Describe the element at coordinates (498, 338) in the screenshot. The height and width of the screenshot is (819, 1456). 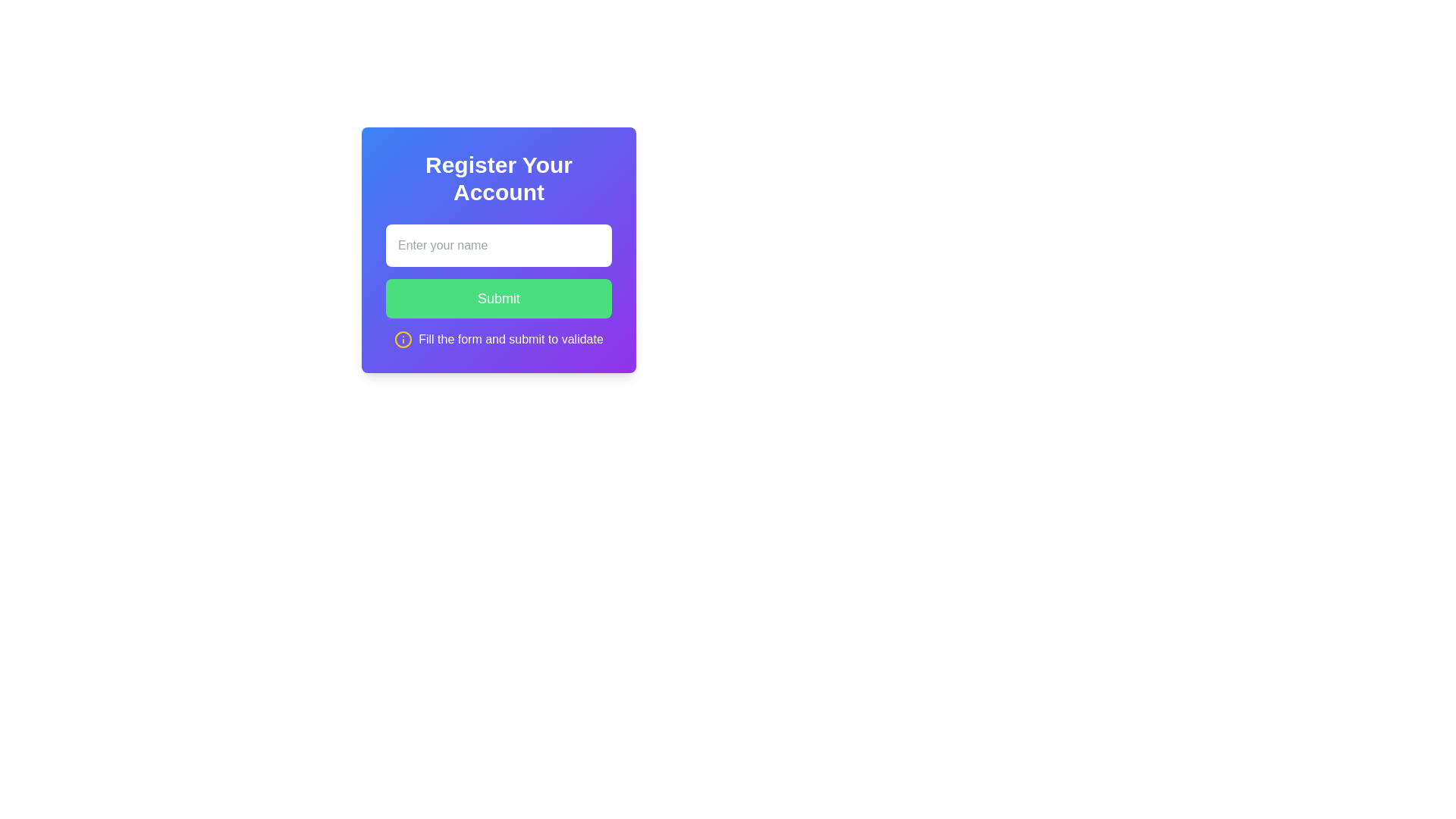
I see `the informational text with an icon located directly beneath the green 'Submit' button on the registration form` at that location.